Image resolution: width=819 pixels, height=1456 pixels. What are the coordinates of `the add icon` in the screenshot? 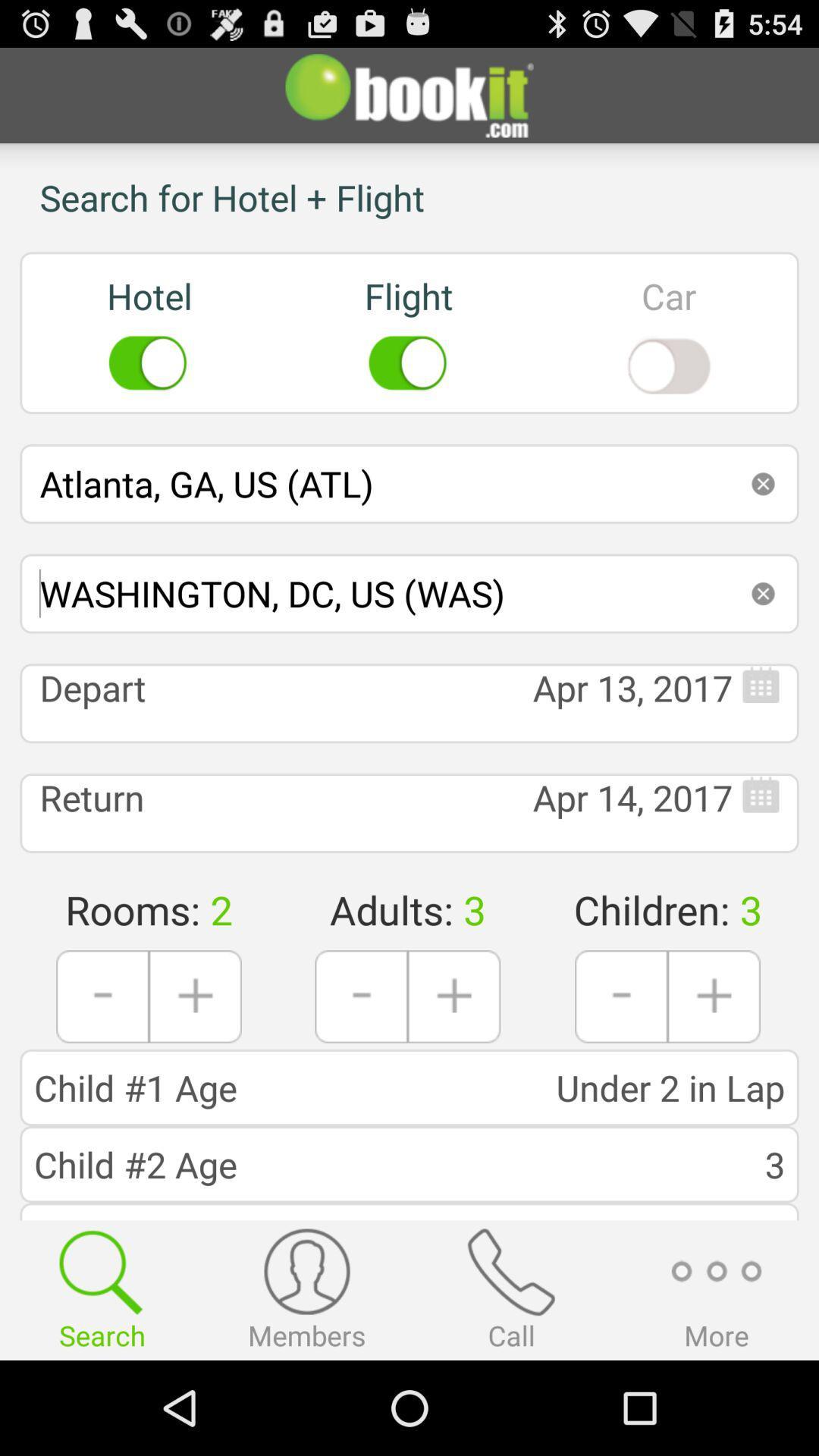 It's located at (453, 1065).